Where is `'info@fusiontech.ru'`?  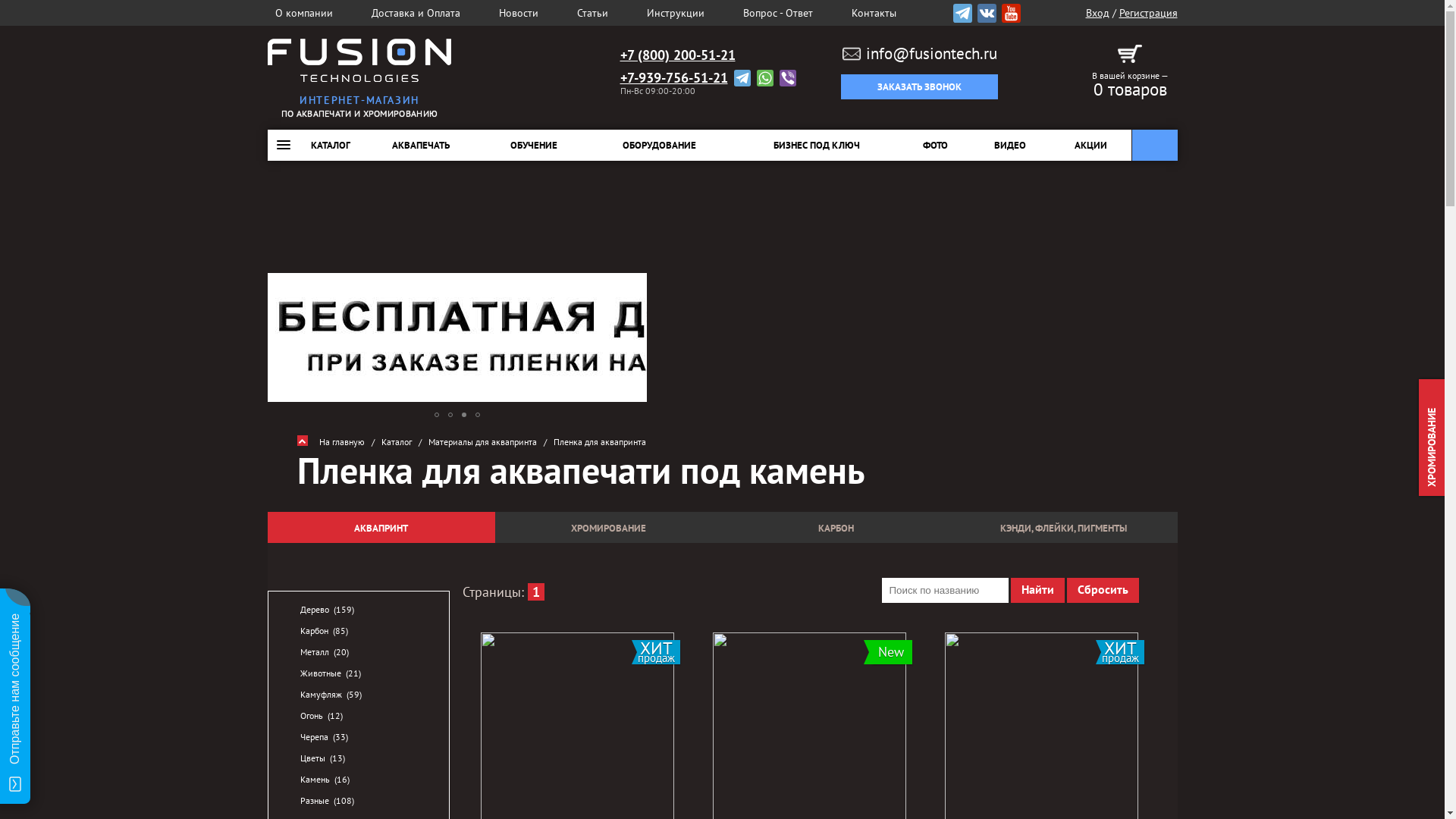 'info@fusiontech.ru' is located at coordinates (919, 52).